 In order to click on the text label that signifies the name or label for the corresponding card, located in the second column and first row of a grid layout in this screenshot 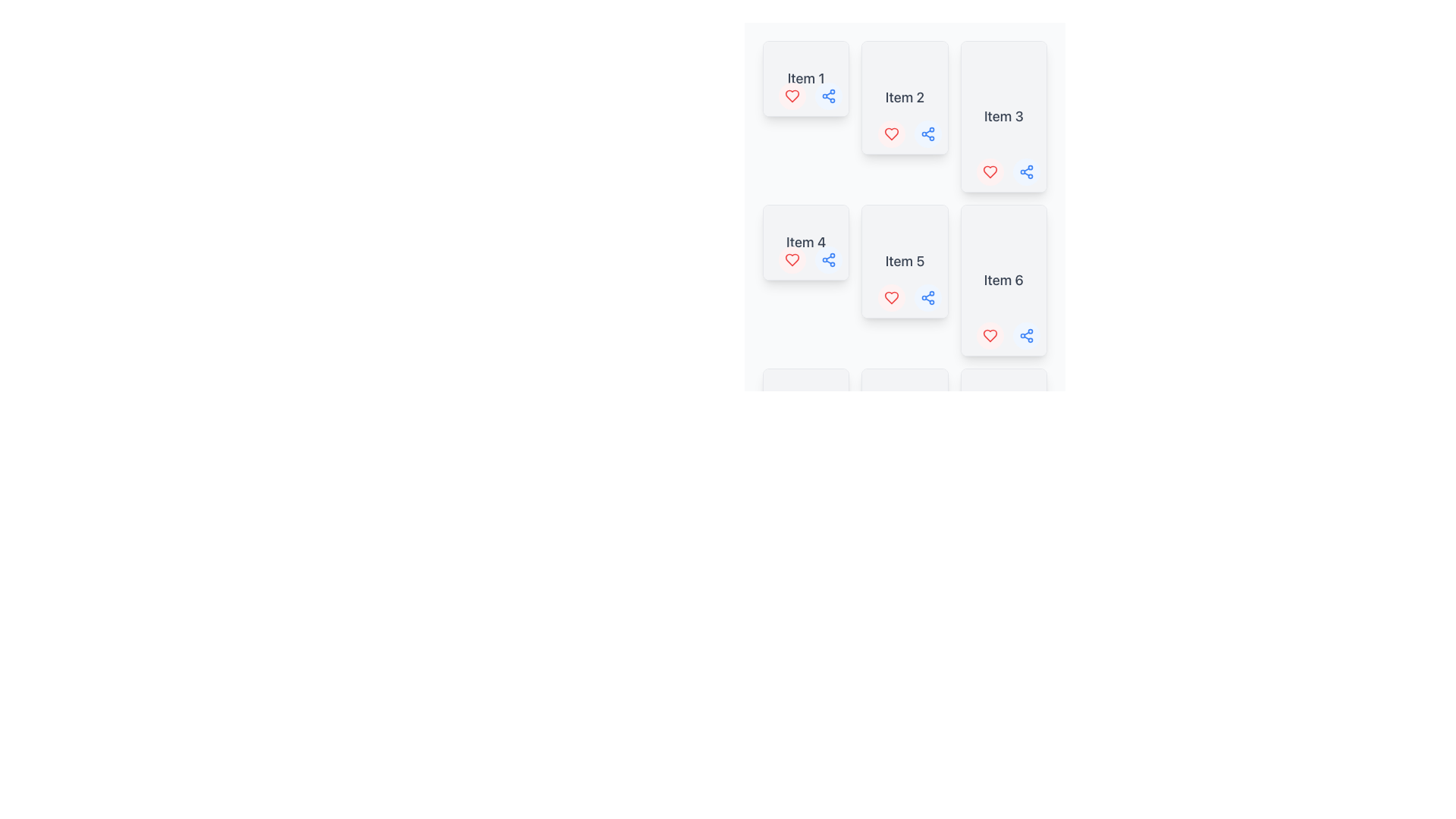, I will do `click(905, 97)`.